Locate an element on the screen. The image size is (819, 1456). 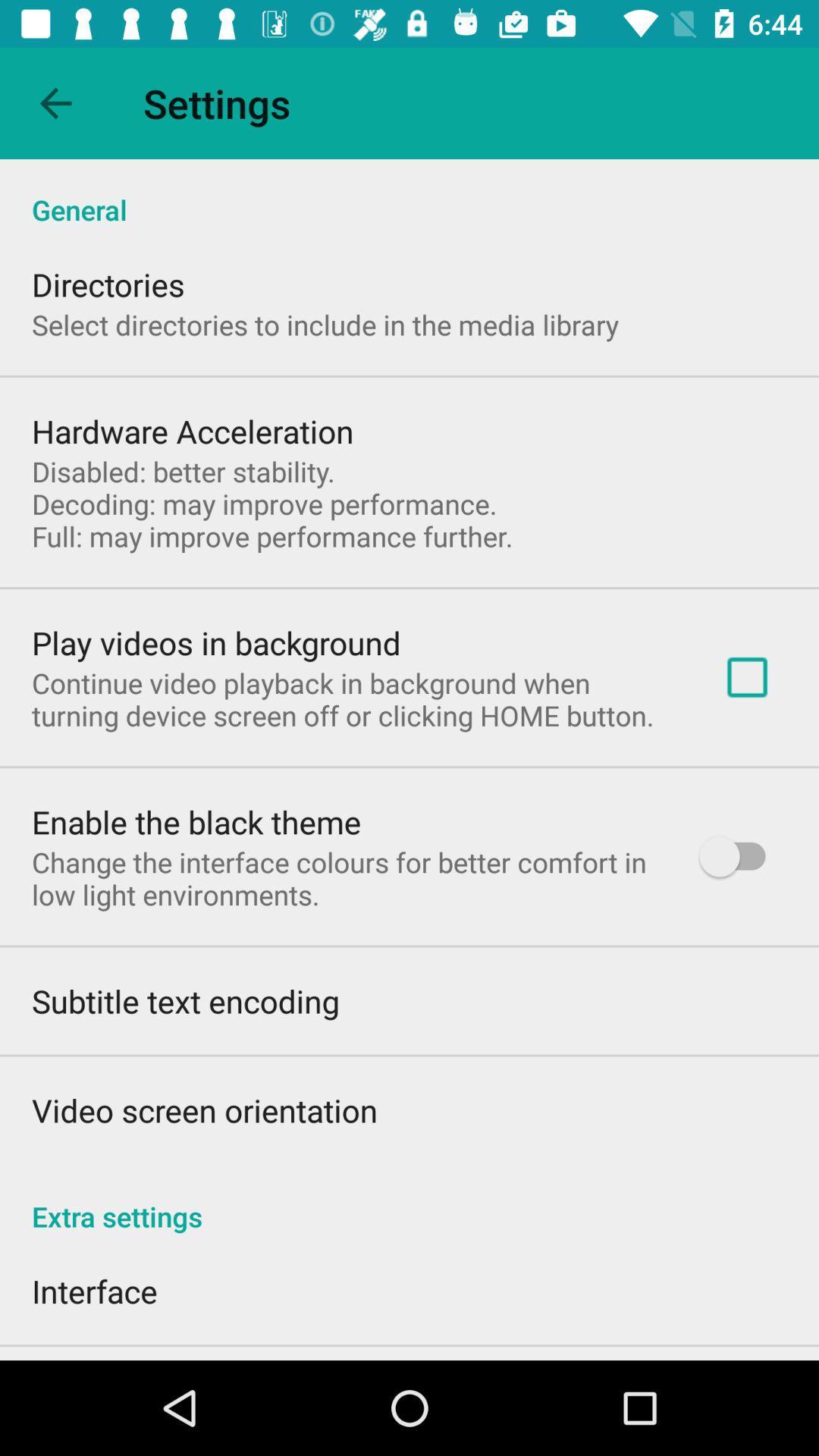
the item to the right of the continue video playback icon is located at coordinates (746, 676).